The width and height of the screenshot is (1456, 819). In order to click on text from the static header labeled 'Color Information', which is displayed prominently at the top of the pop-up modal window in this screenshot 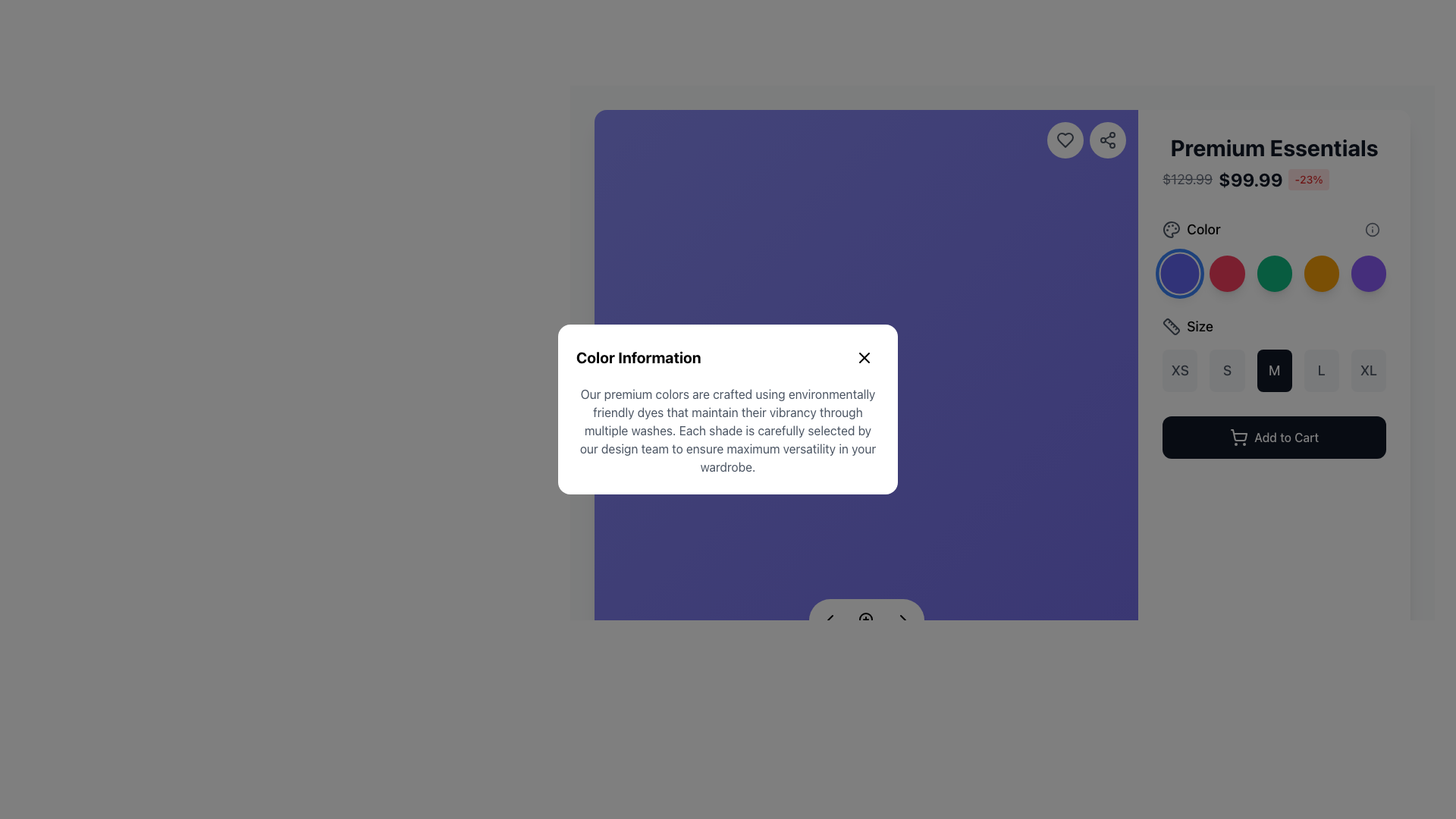, I will do `click(639, 357)`.